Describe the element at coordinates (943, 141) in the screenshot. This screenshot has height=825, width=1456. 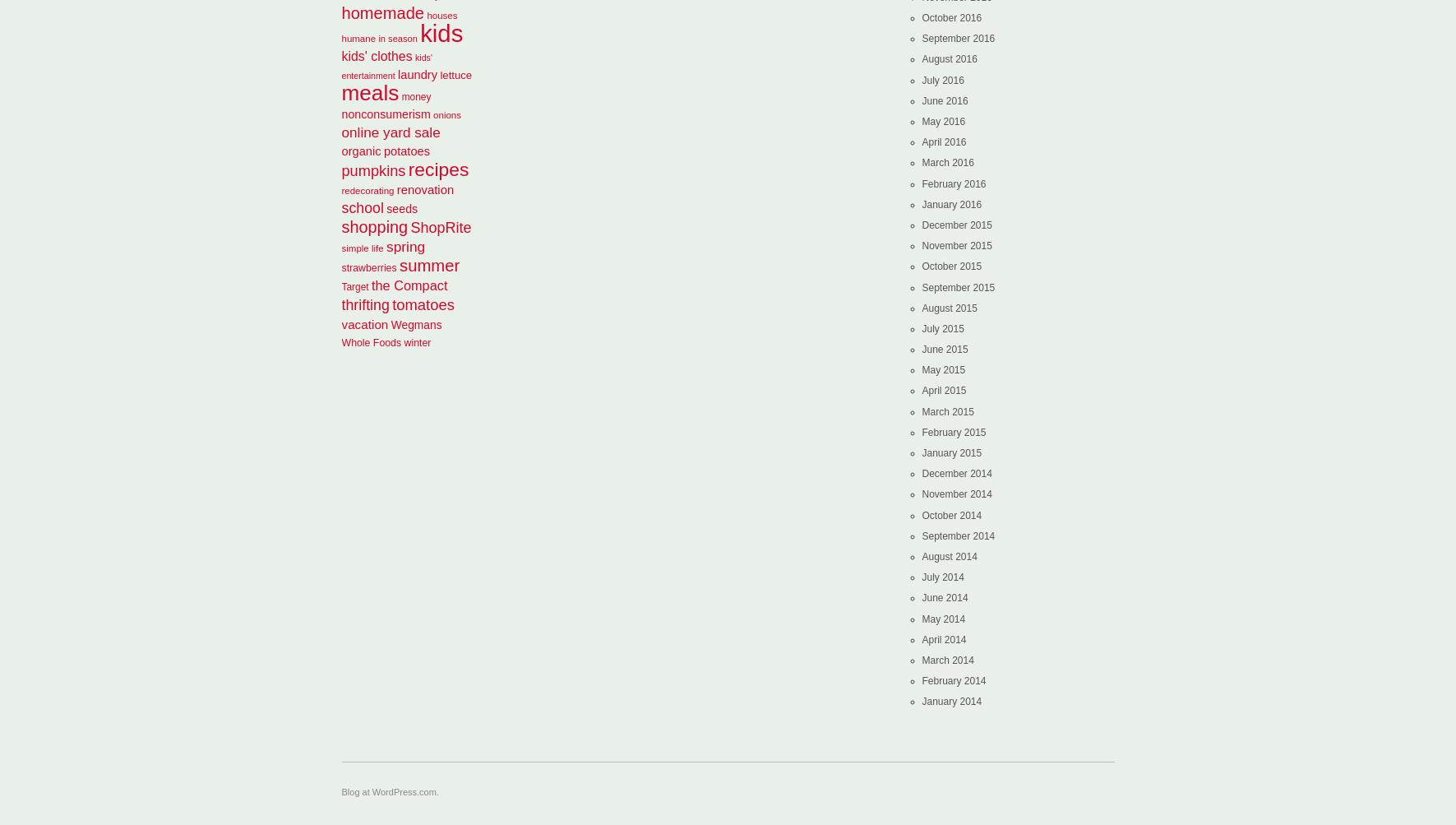
I see `'April 2016'` at that location.